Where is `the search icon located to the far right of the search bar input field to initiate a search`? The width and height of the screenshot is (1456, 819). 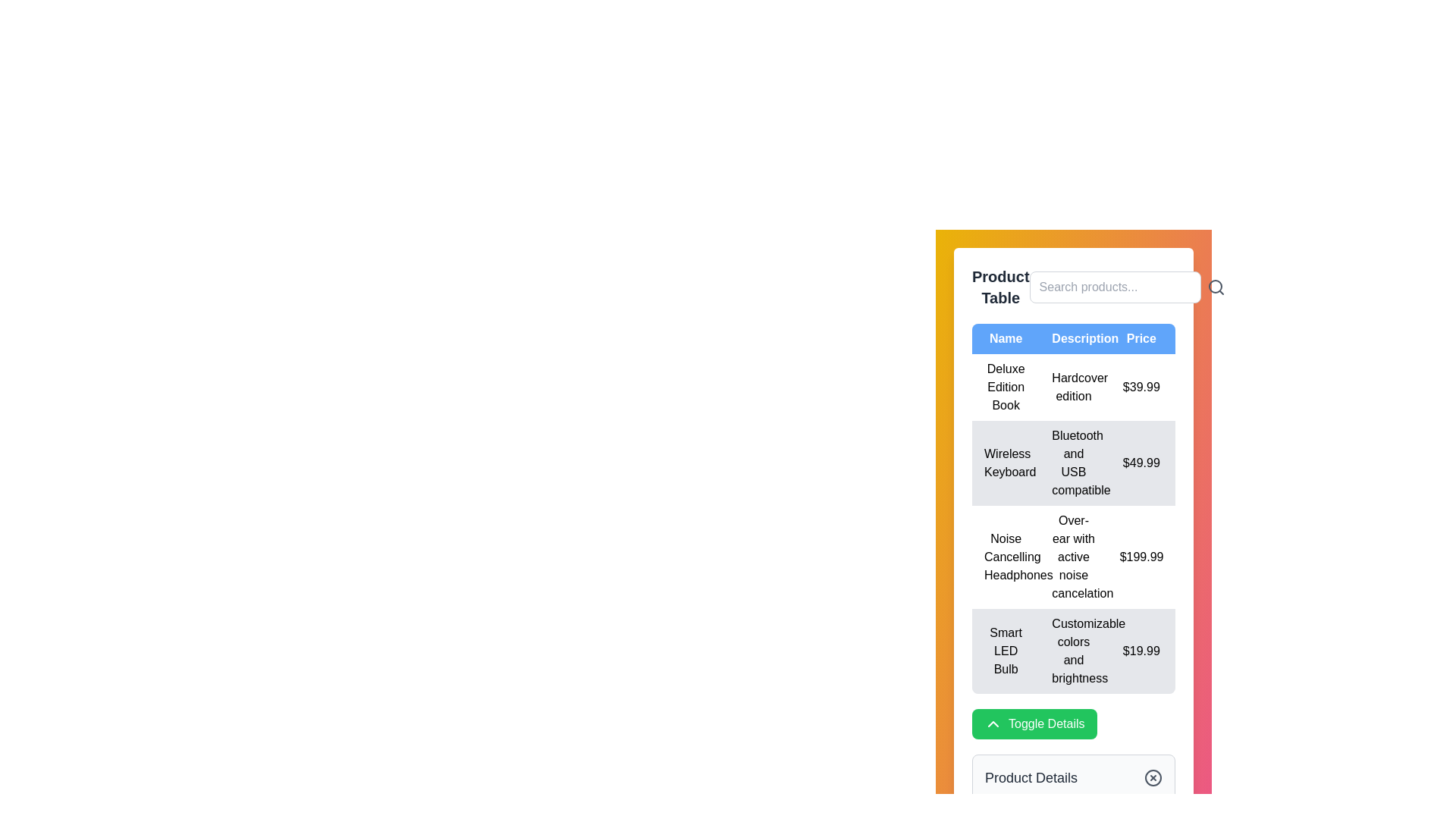
the search icon located to the far right of the search bar input field to initiate a search is located at coordinates (1216, 287).